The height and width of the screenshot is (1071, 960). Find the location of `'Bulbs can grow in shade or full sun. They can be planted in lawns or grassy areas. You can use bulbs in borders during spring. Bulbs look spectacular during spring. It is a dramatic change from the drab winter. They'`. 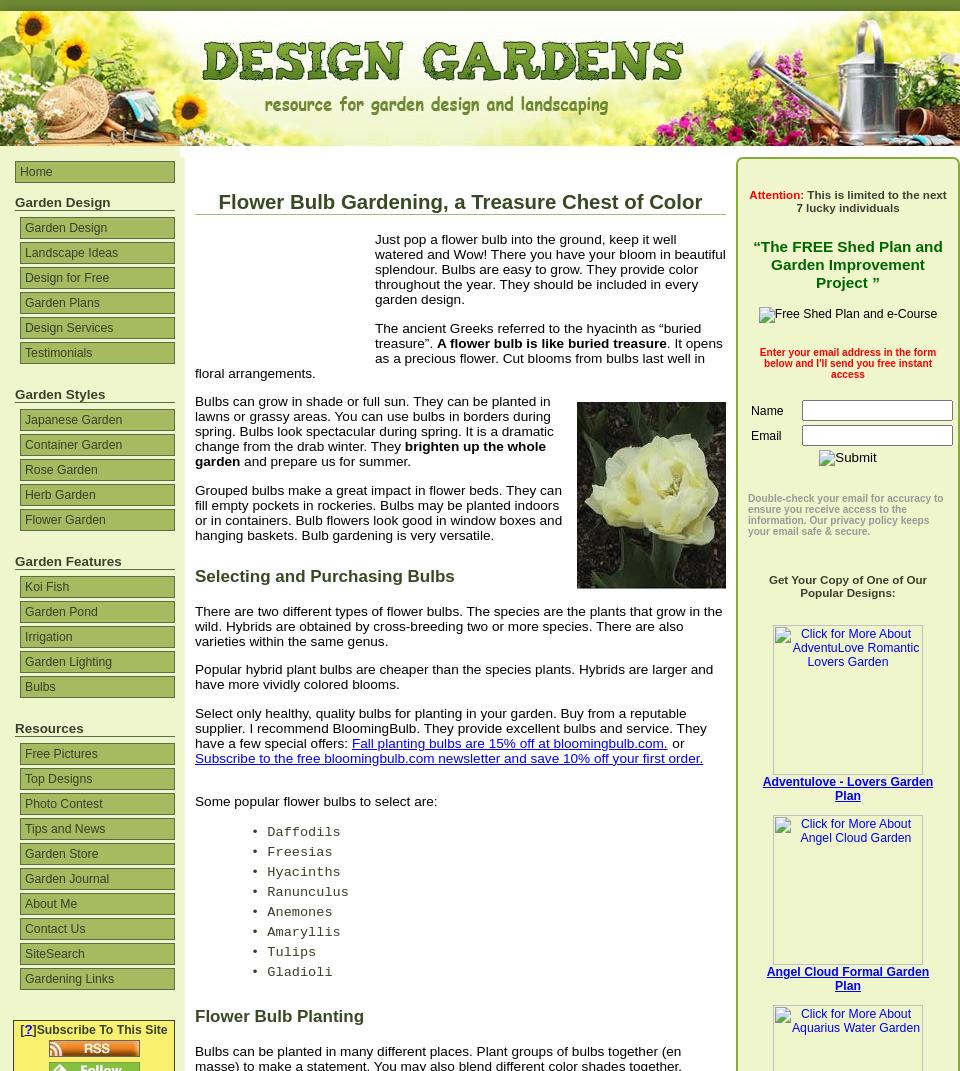

'Bulbs can grow in shade or full sun. They can be planted in lawns or grassy areas. You can use bulbs in borders during spring. Bulbs look spectacular during spring. It is a dramatic change from the drab winter. They' is located at coordinates (194, 424).